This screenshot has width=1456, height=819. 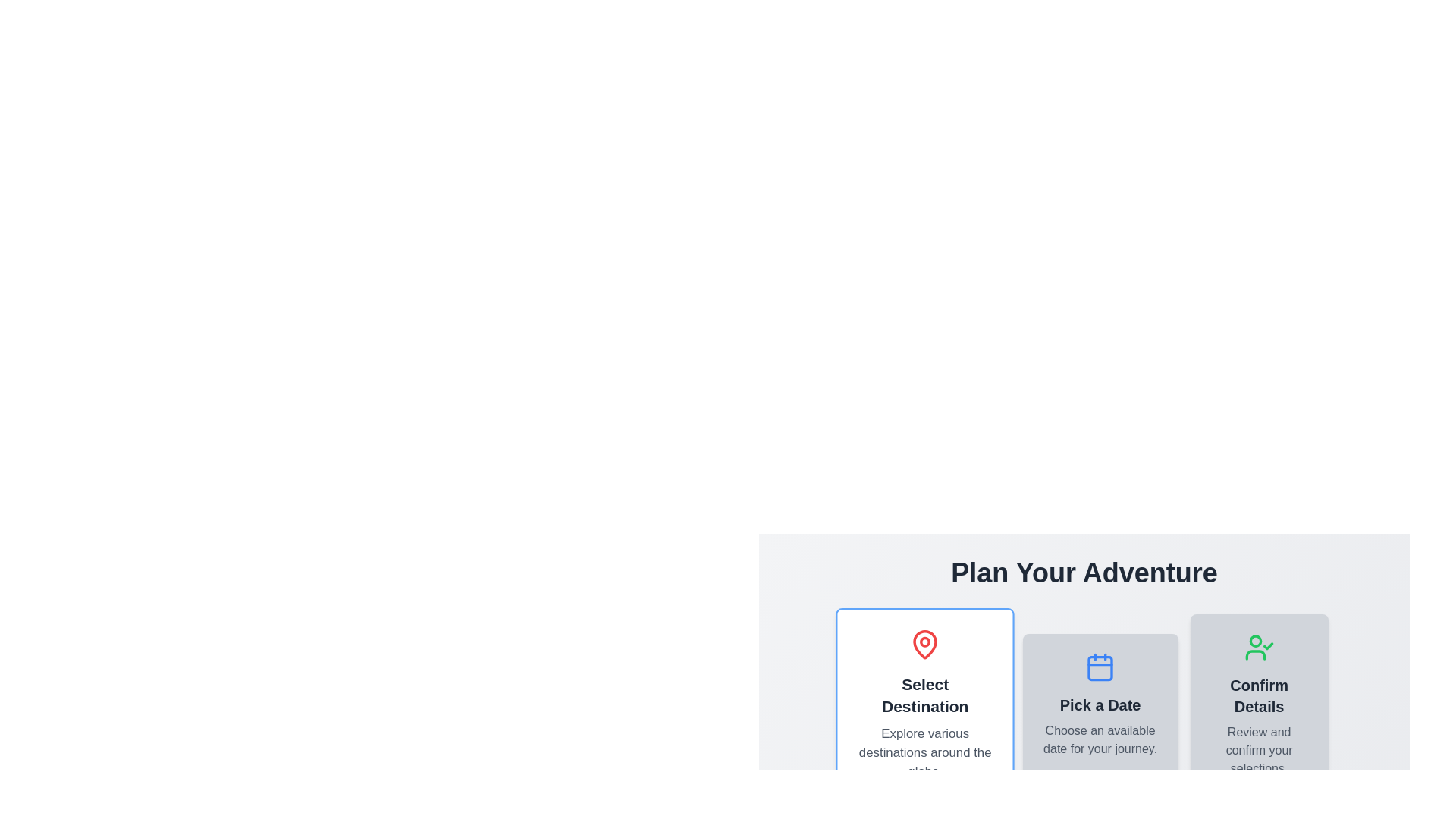 What do you see at coordinates (1259, 647) in the screenshot?
I see `the confirmation icon located in the 'Confirm Details' section, positioned above the text 'Confirm Details'` at bounding box center [1259, 647].